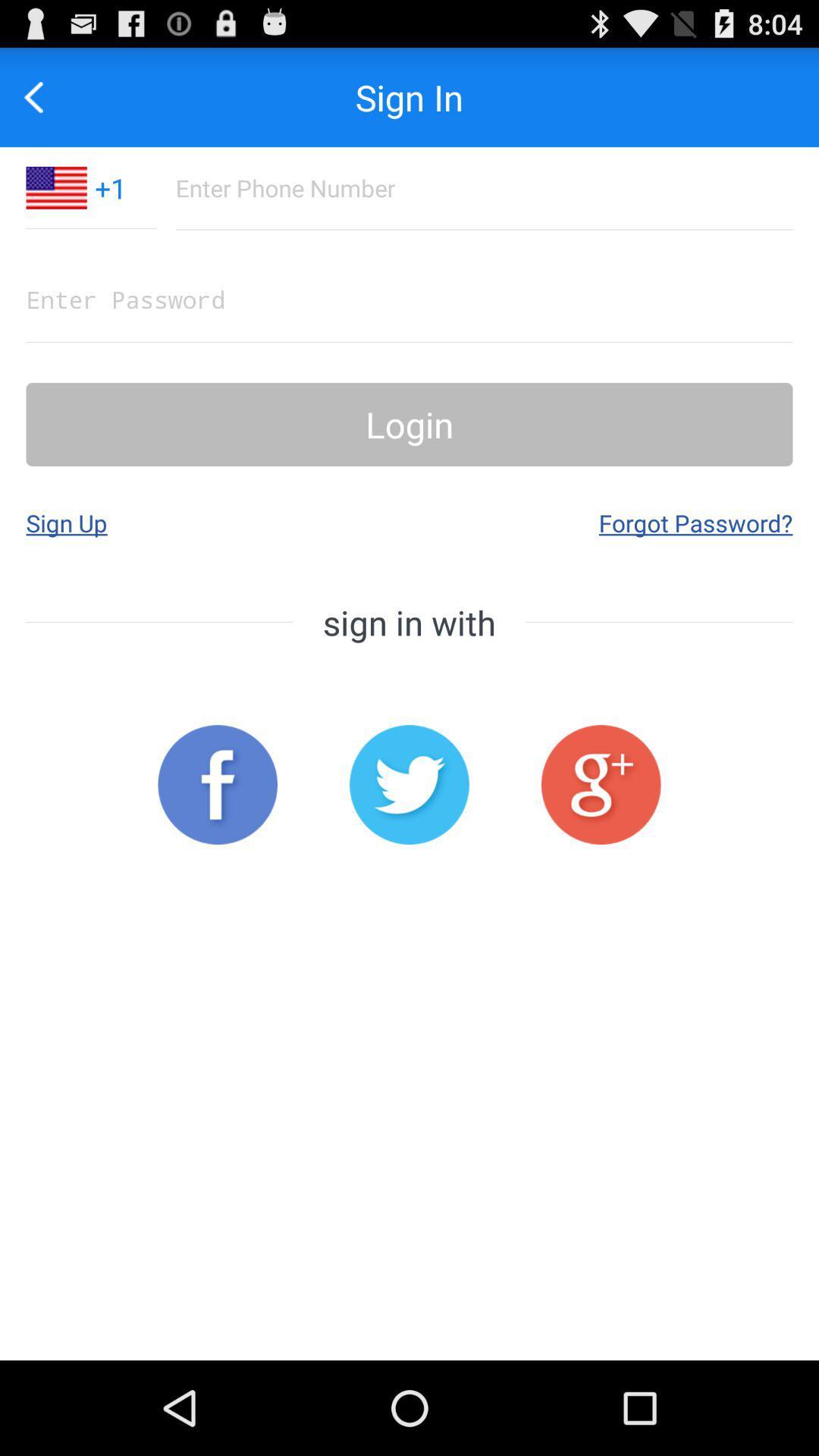  What do you see at coordinates (409, 785) in the screenshot?
I see `the app below the sign in with icon` at bounding box center [409, 785].